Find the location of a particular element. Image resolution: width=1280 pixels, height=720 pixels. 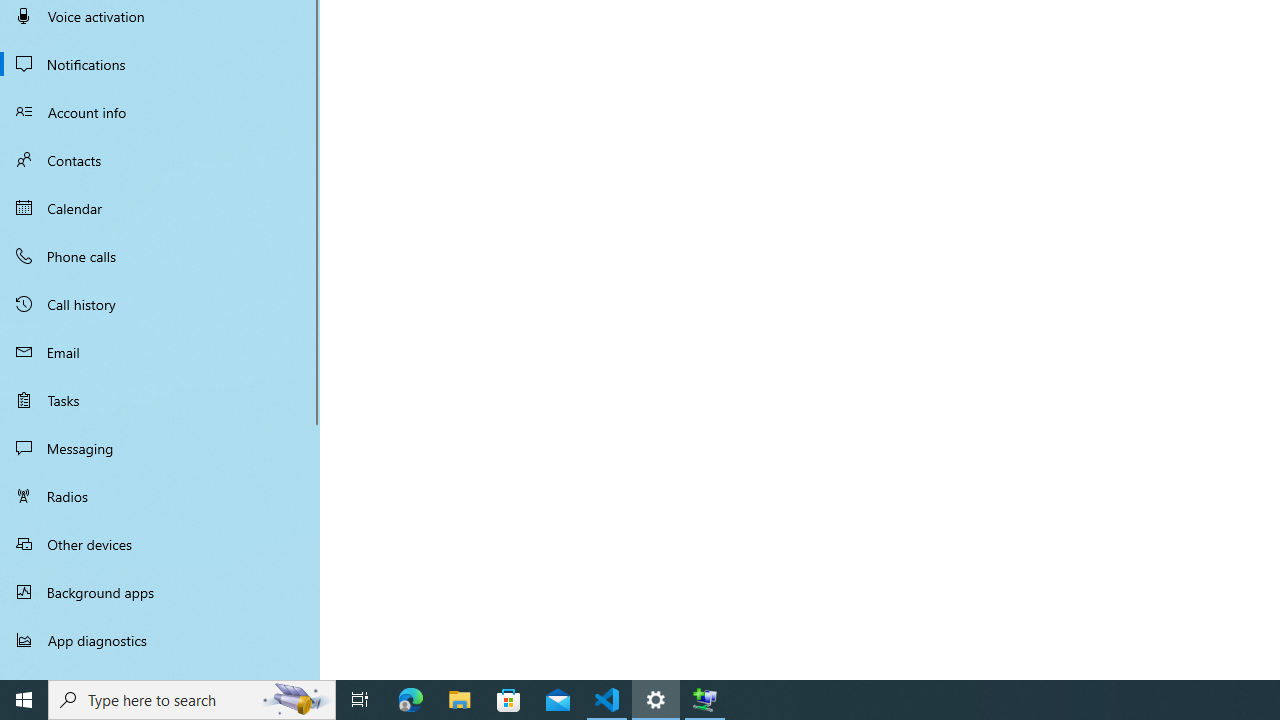

'Messaging' is located at coordinates (160, 447).